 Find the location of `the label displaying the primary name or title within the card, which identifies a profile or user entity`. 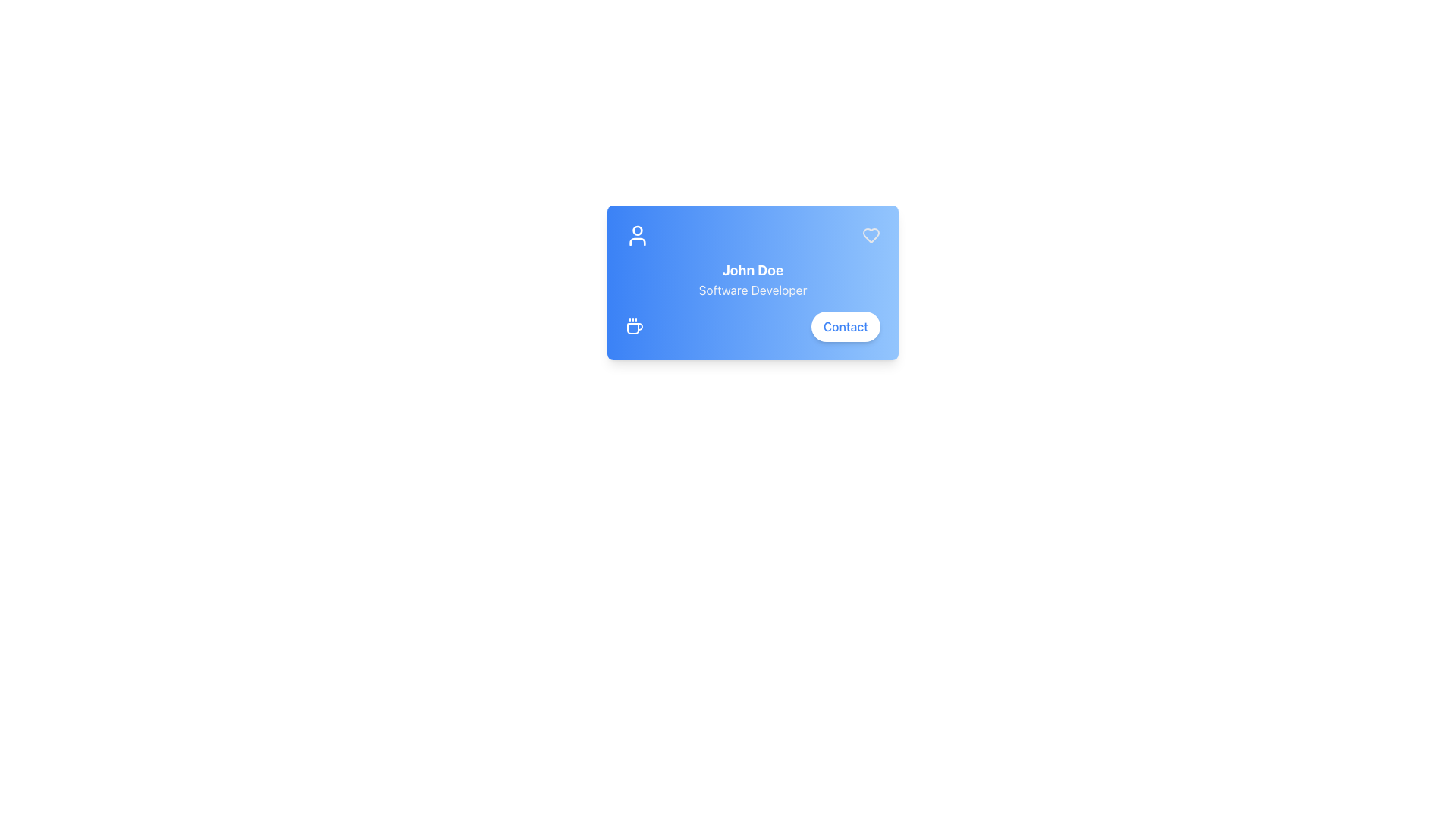

the label displaying the primary name or title within the card, which identifies a profile or user entity is located at coordinates (753, 270).